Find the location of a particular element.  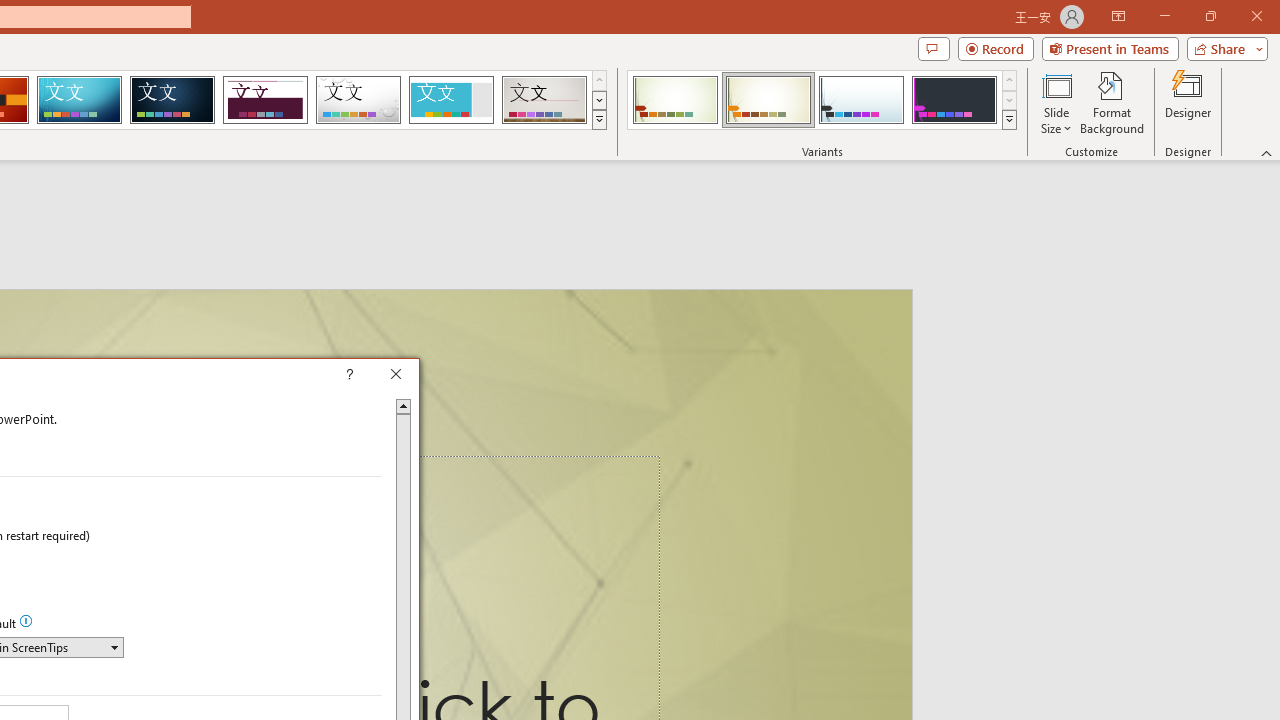

'Wisp Variant 3' is located at coordinates (861, 100).